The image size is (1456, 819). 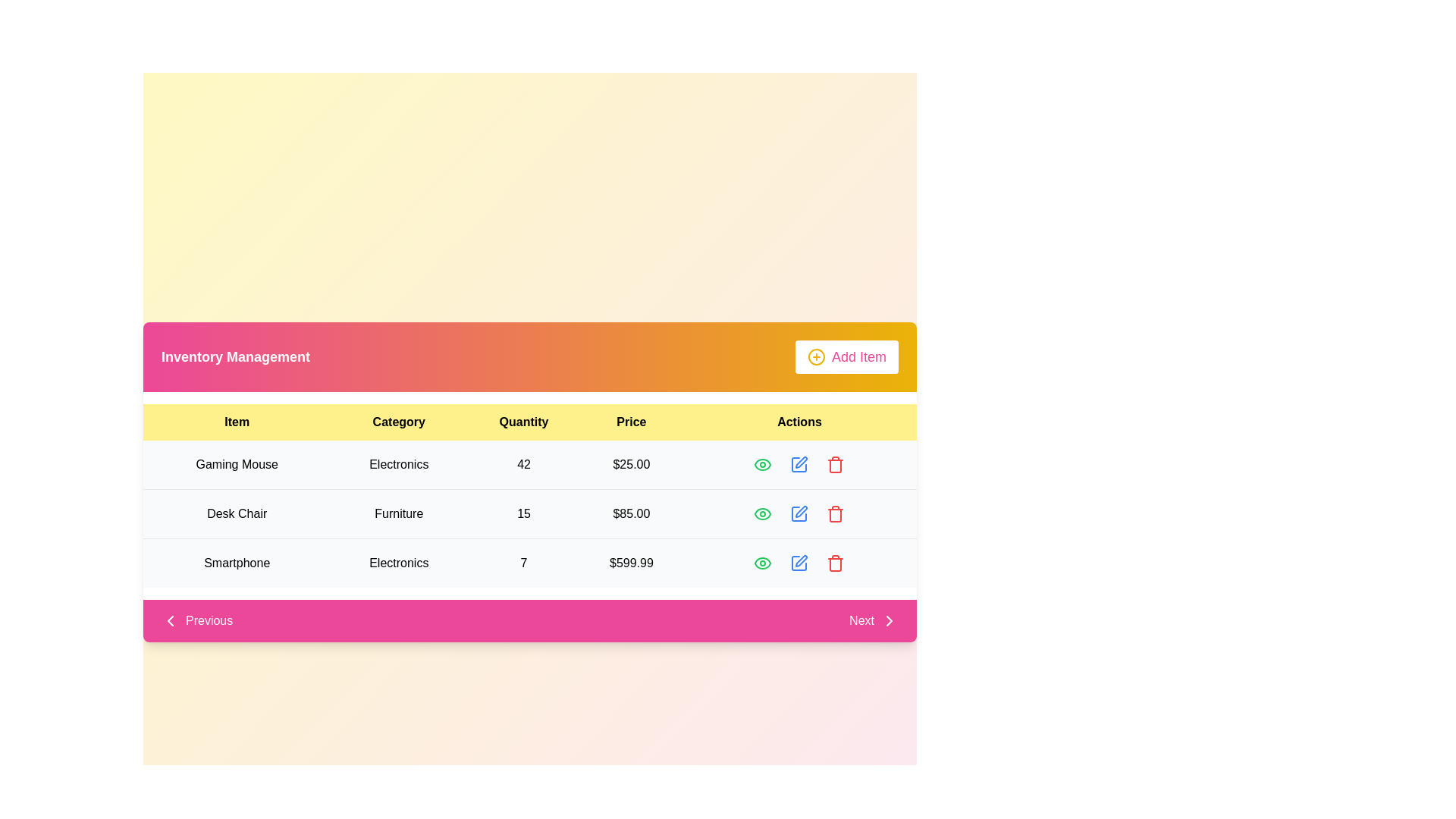 I want to click on the decorative graphical indicator located at the bottom-left corner of the interface, adjacent to the 'Previous' button, so click(x=171, y=620).